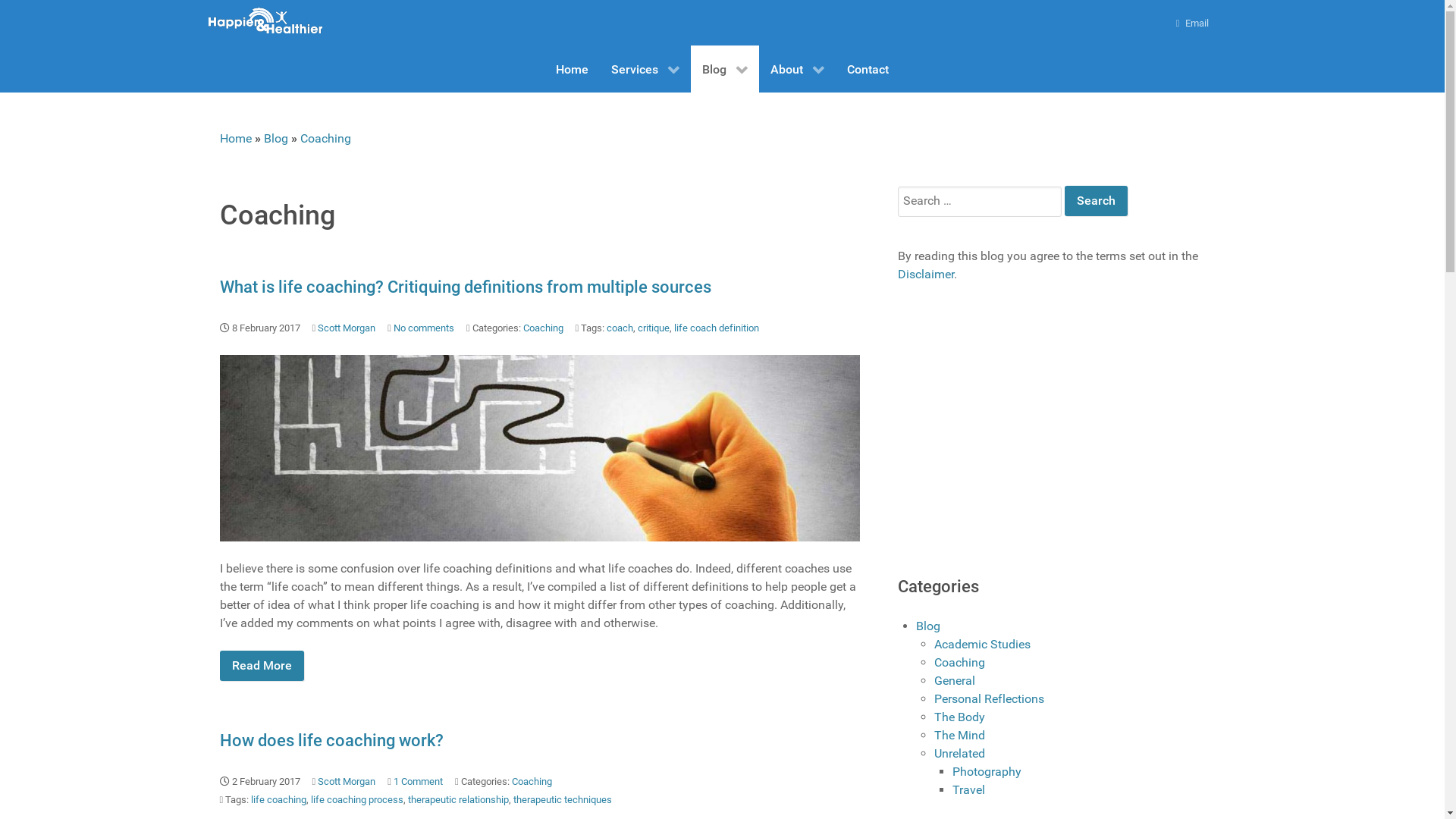 This screenshot has width=1456, height=819. What do you see at coordinates (1175, 23) in the screenshot?
I see `'Email'` at bounding box center [1175, 23].